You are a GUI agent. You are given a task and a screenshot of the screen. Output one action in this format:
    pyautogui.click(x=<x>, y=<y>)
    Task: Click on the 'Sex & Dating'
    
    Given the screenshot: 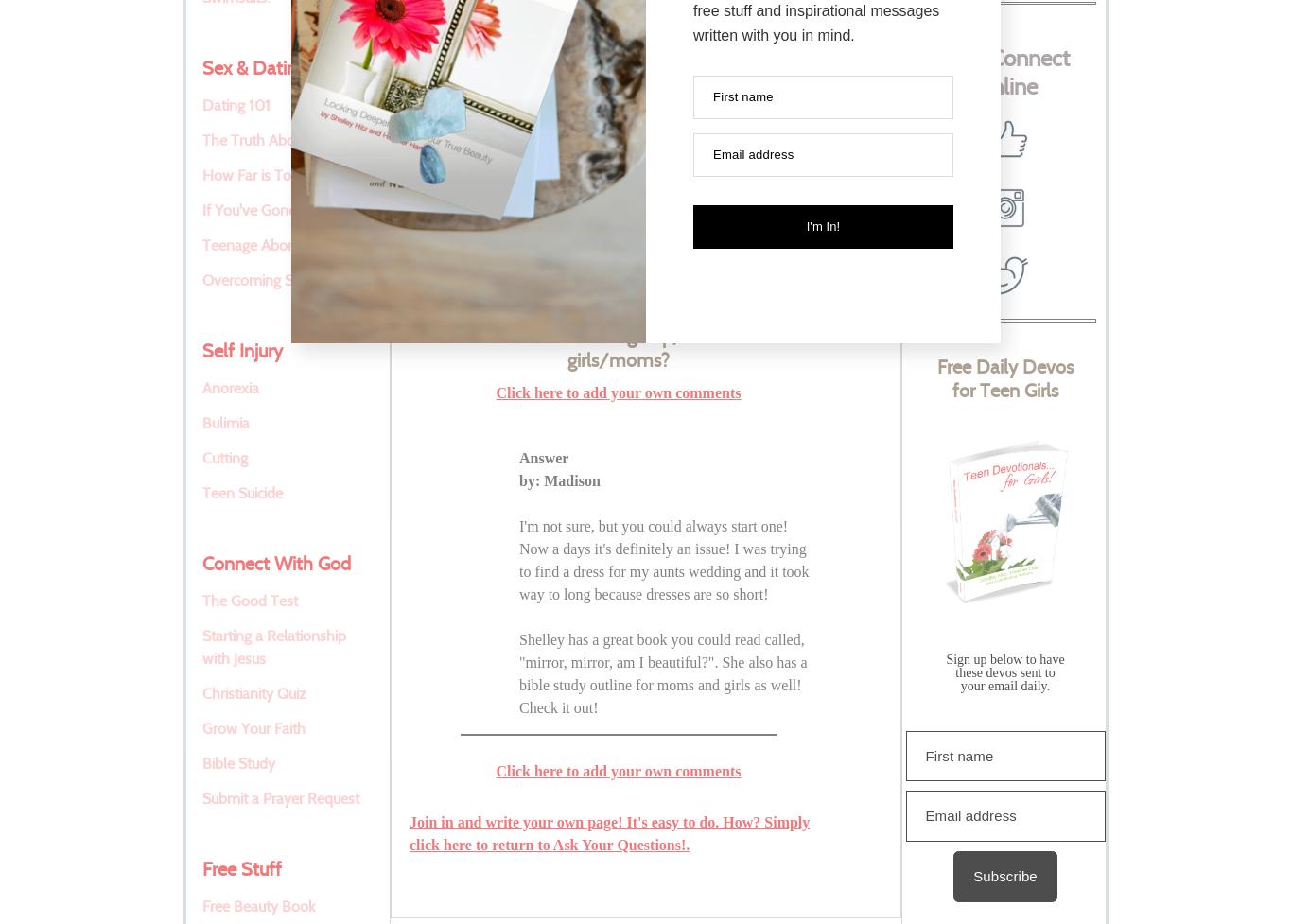 What is the action you would take?
    pyautogui.click(x=253, y=68)
    